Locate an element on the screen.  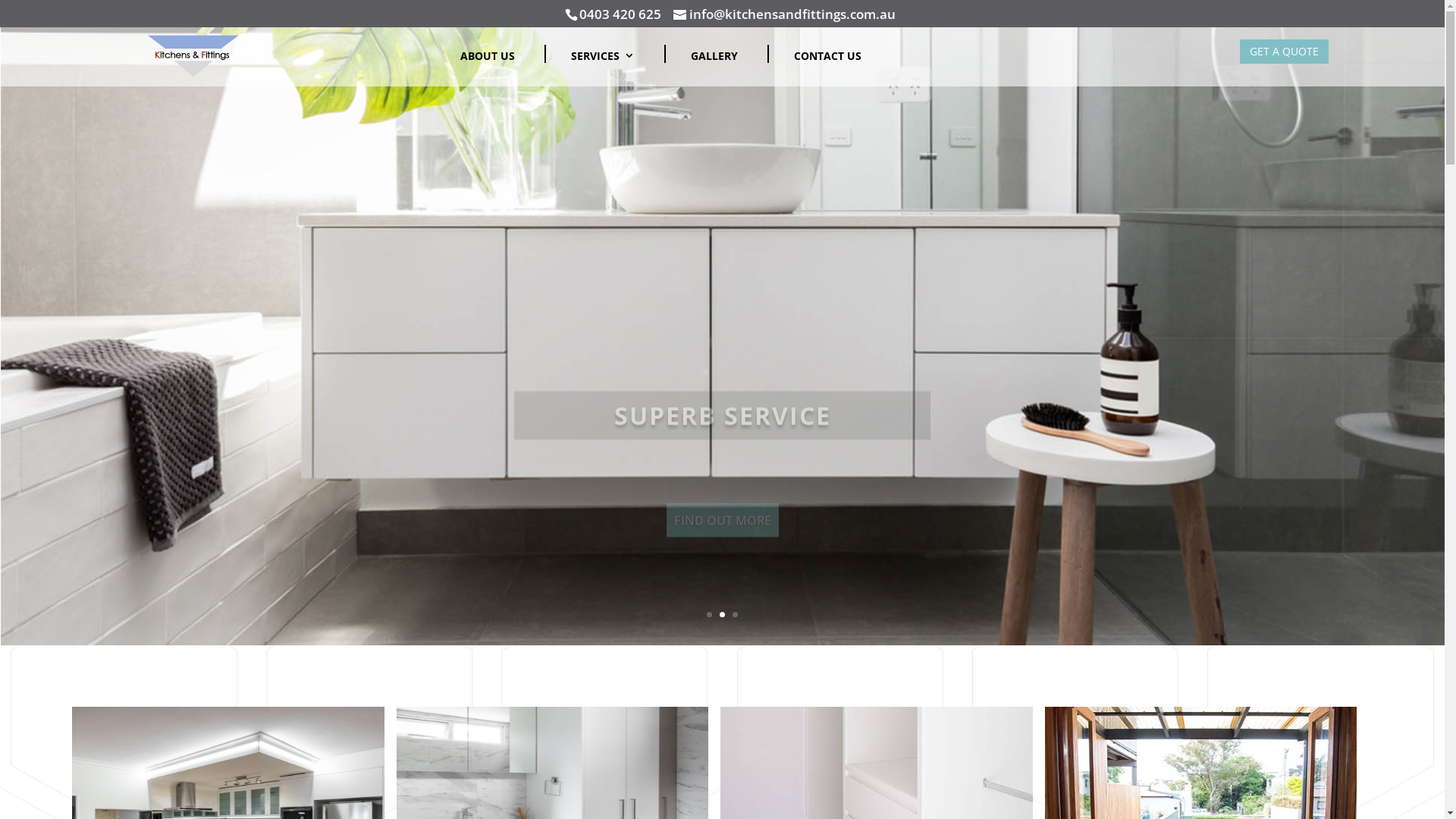
'SERVICES' is located at coordinates (602, 67).